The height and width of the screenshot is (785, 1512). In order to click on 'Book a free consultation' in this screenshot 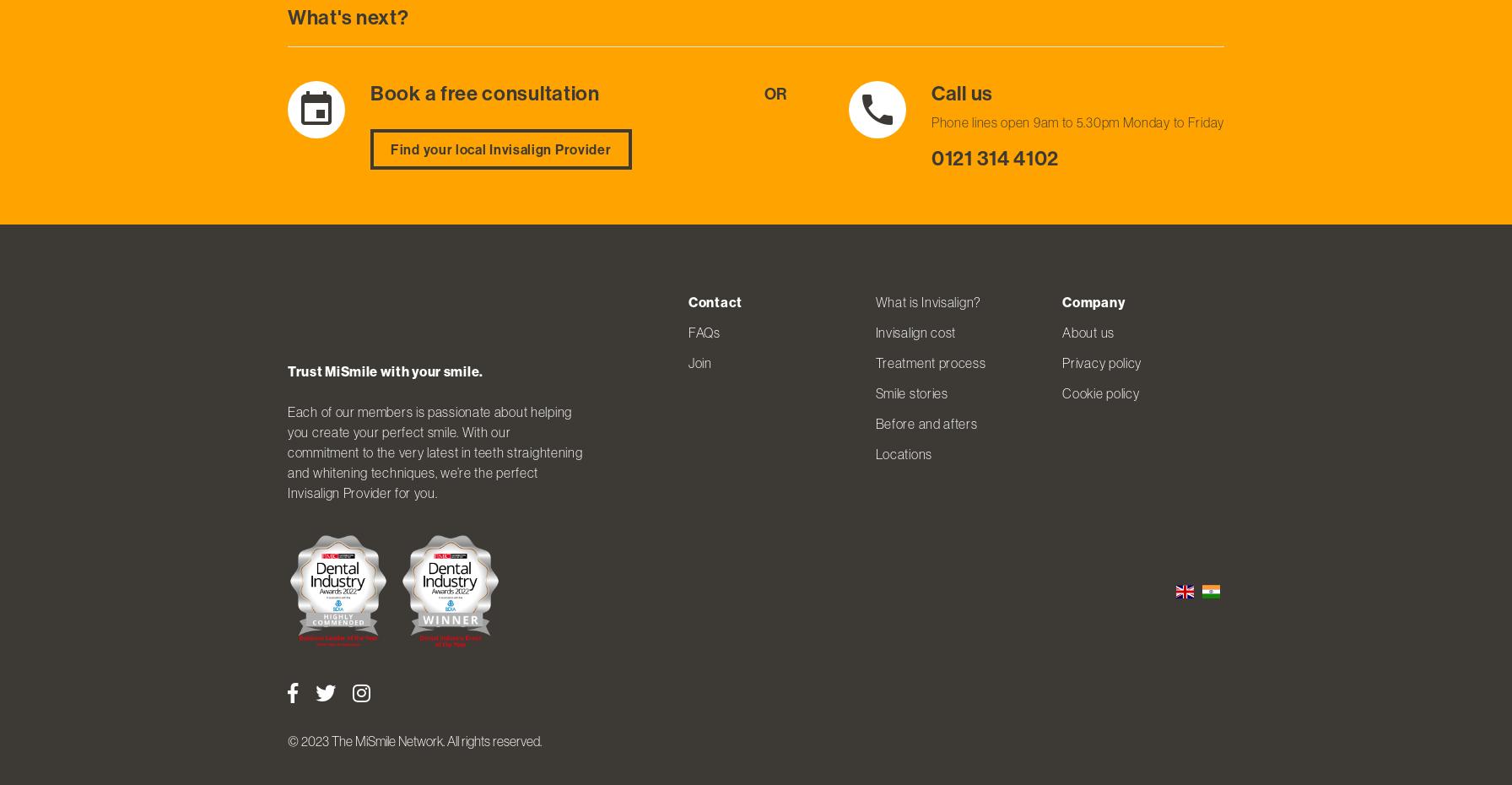, I will do `click(484, 93)`.